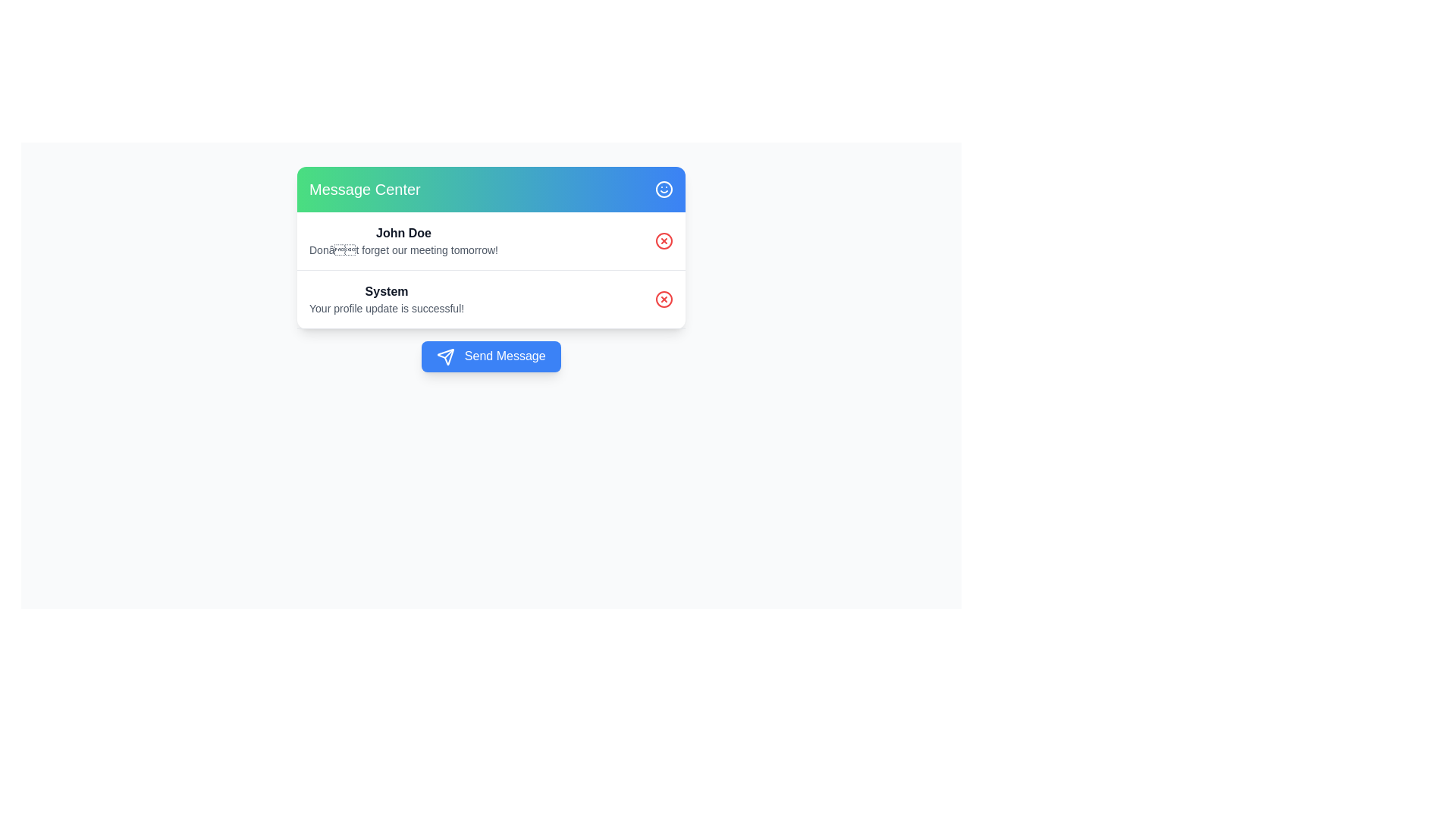 The width and height of the screenshot is (1456, 819). Describe the element at coordinates (664, 299) in the screenshot. I see `the red dismiss icon (SVG) located at the bottom-right portion of the interface` at that location.